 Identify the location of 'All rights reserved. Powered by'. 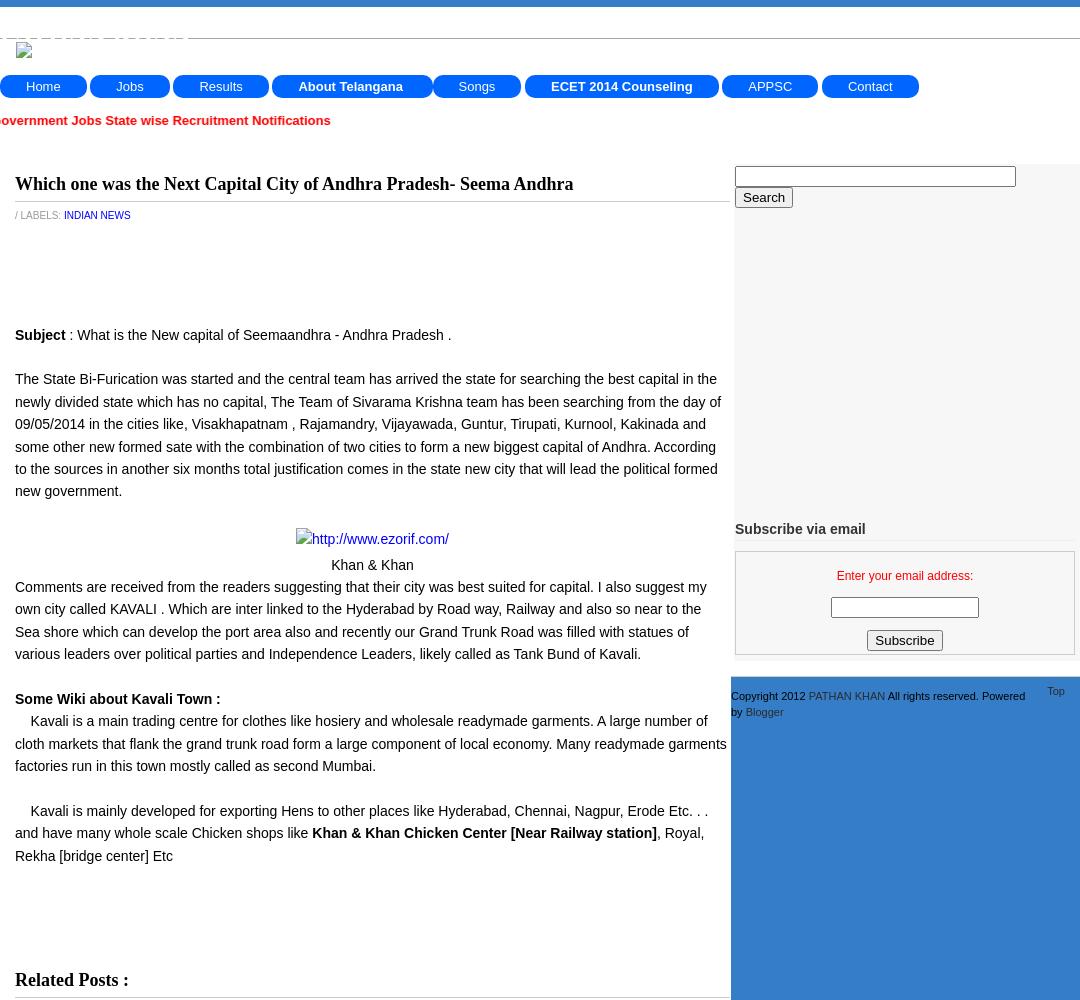
(731, 703).